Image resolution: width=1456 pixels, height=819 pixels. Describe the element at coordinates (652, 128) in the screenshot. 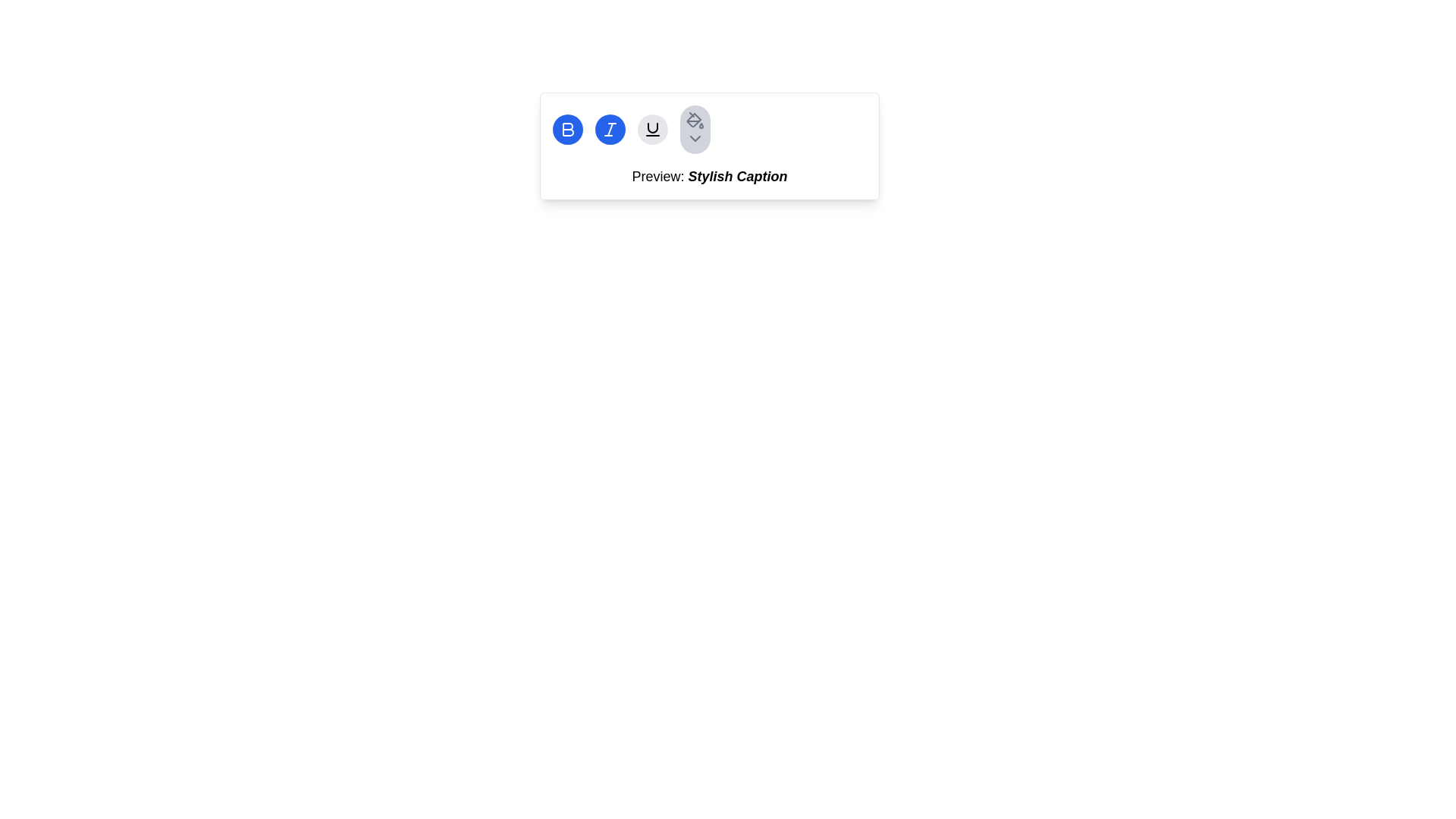

I see `the circular button with a white background and an underline icon in the center` at that location.